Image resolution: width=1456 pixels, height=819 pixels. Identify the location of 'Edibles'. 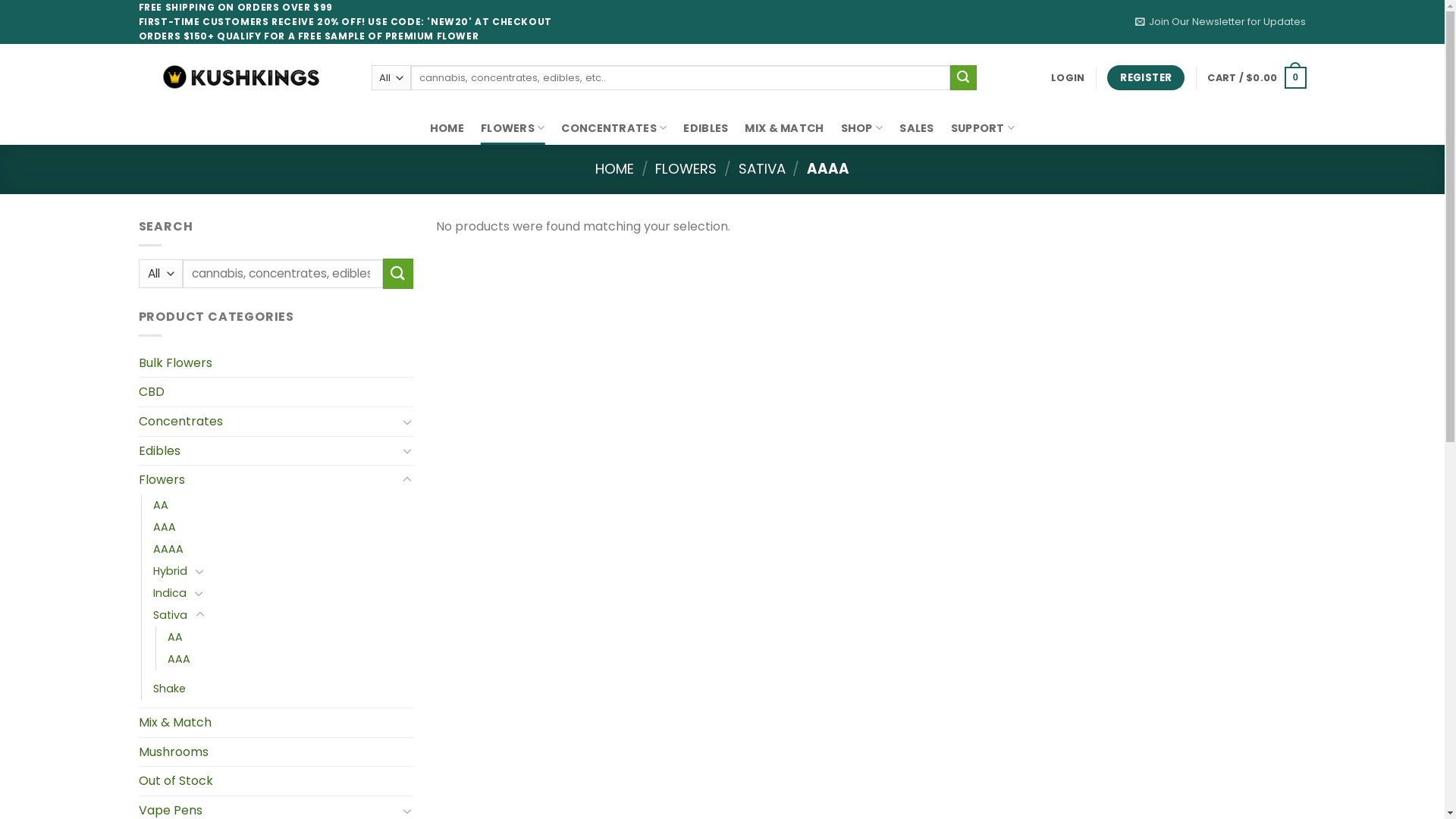
(268, 450).